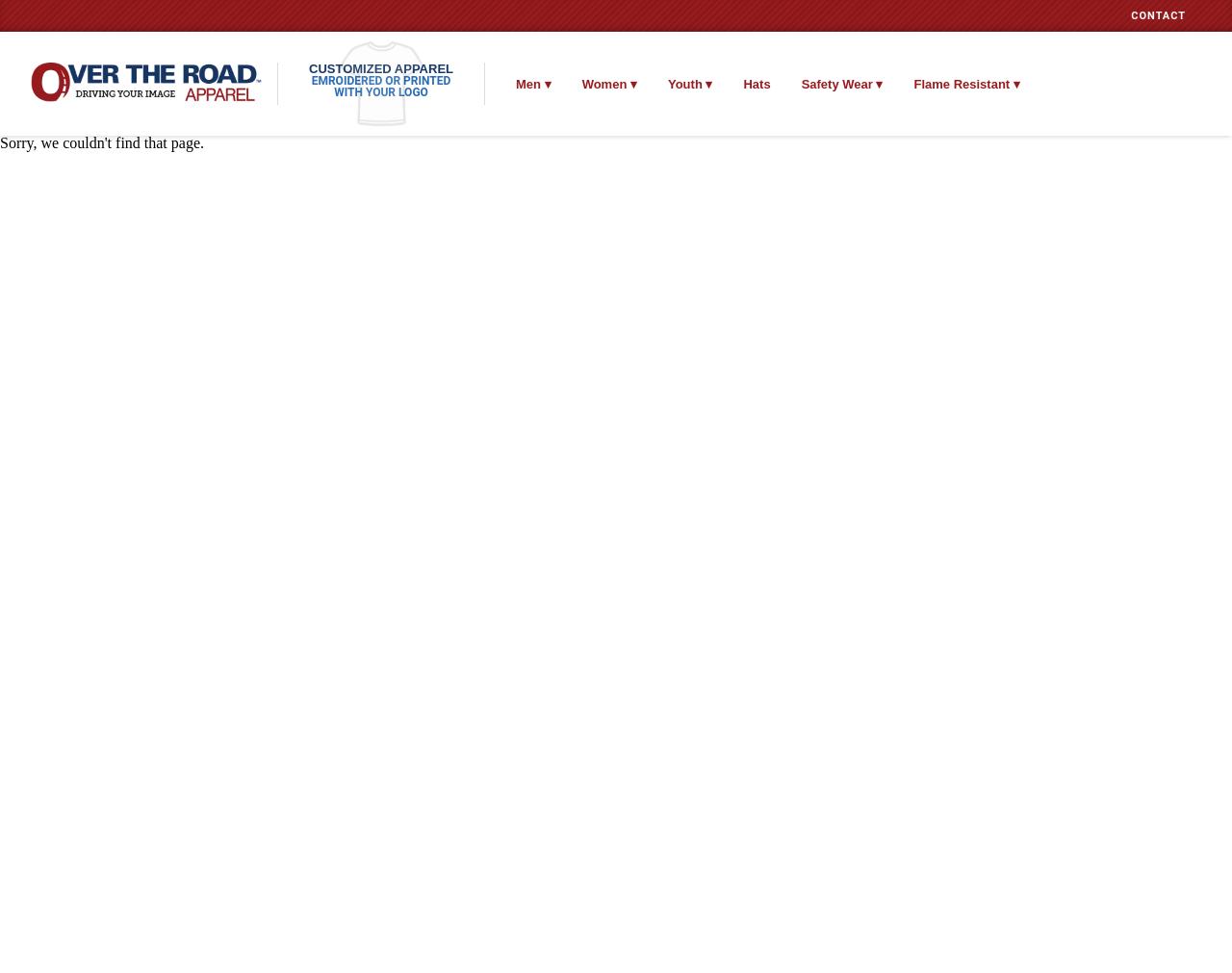 This screenshot has height=973, width=1232. What do you see at coordinates (334, 91) in the screenshot?
I see `'with your logo'` at bounding box center [334, 91].